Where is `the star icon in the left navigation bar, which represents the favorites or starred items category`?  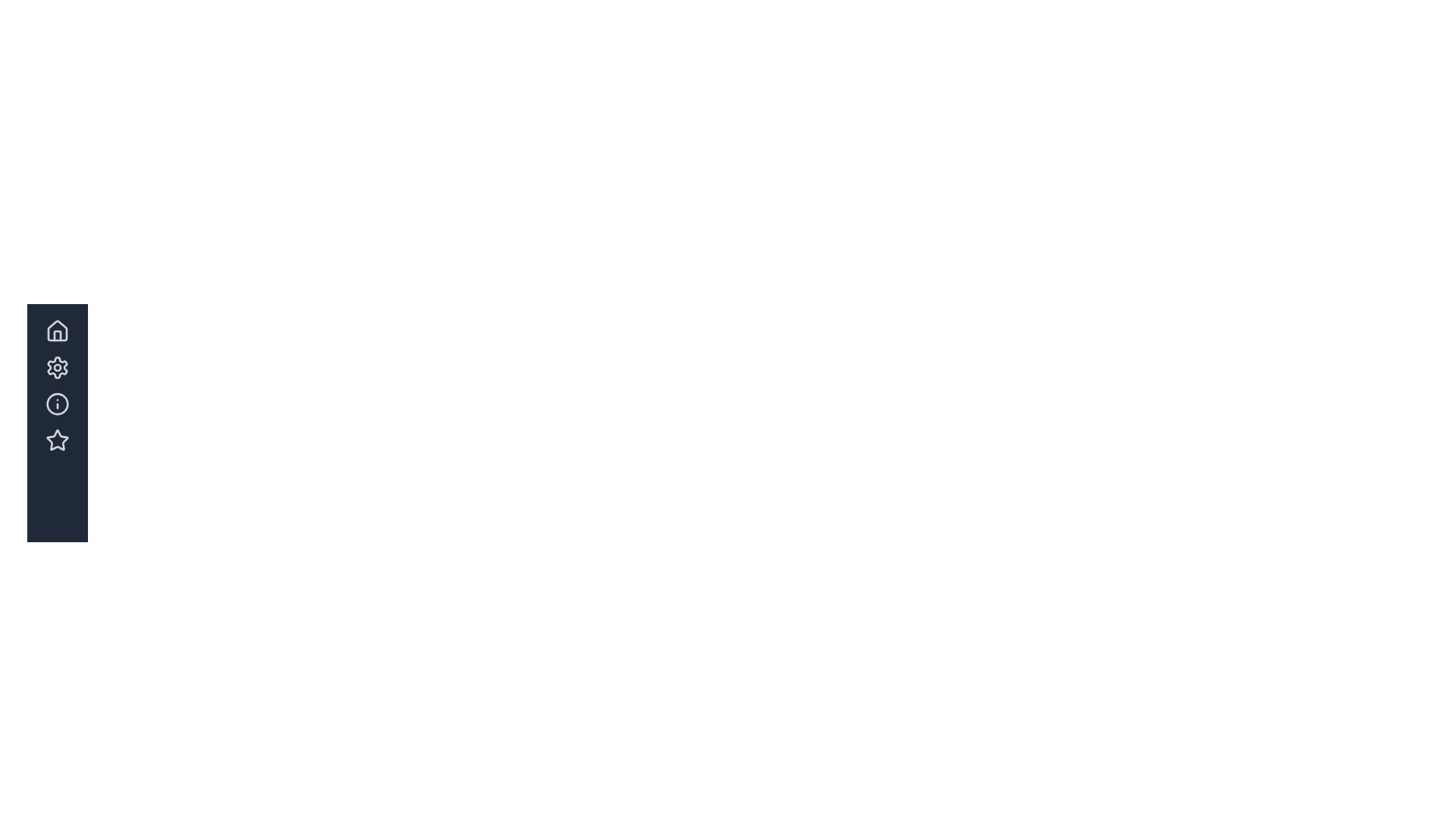
the star icon in the left navigation bar, which represents the favorites or starred items category is located at coordinates (58, 441).